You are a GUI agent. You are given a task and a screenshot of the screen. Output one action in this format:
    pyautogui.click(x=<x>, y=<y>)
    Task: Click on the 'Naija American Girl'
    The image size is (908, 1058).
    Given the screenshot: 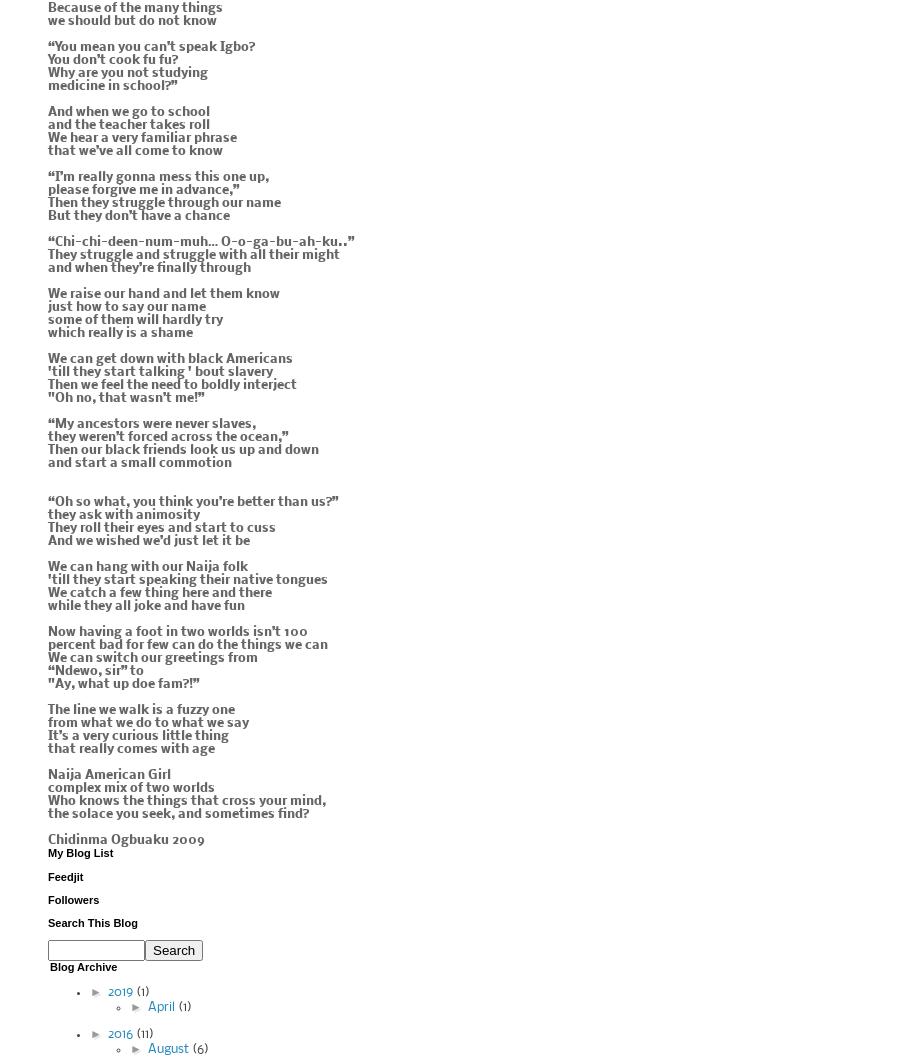 What is the action you would take?
    pyautogui.click(x=108, y=775)
    